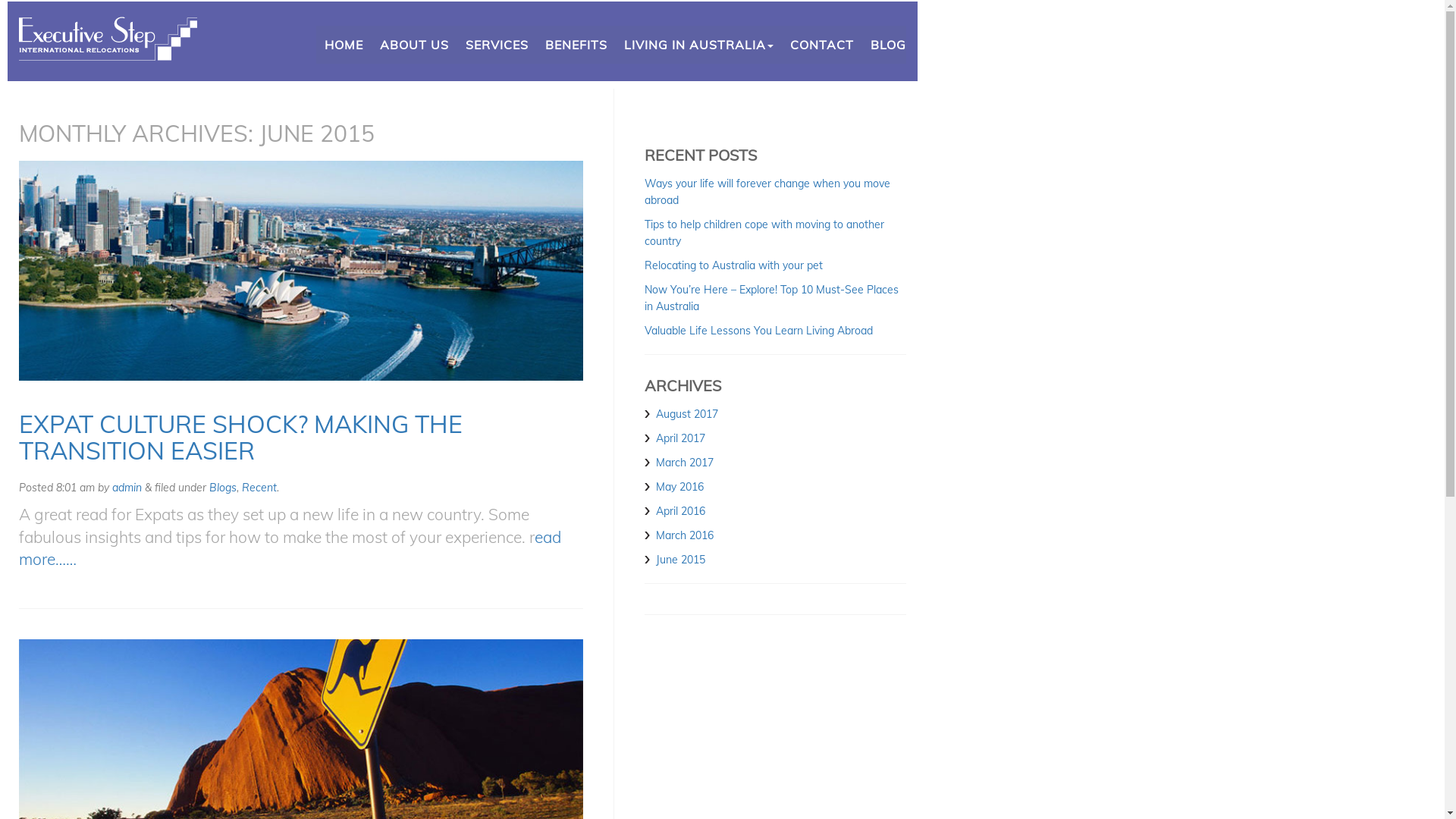  Describe the element at coordinates (767, 191) in the screenshot. I see `'Ways your life will forever change when you move abroad'` at that location.